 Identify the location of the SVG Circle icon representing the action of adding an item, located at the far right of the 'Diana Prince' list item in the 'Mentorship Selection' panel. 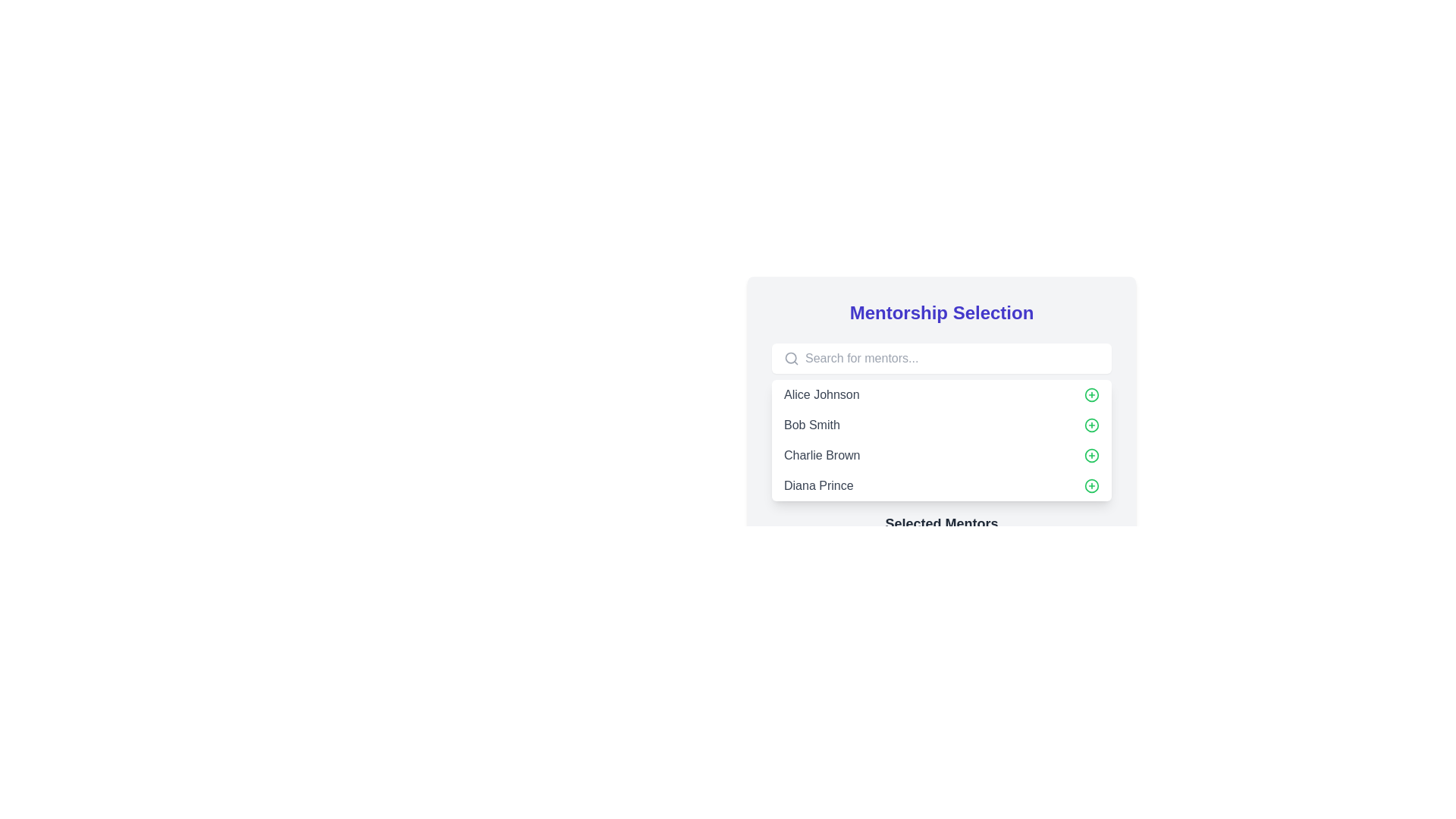
(1092, 485).